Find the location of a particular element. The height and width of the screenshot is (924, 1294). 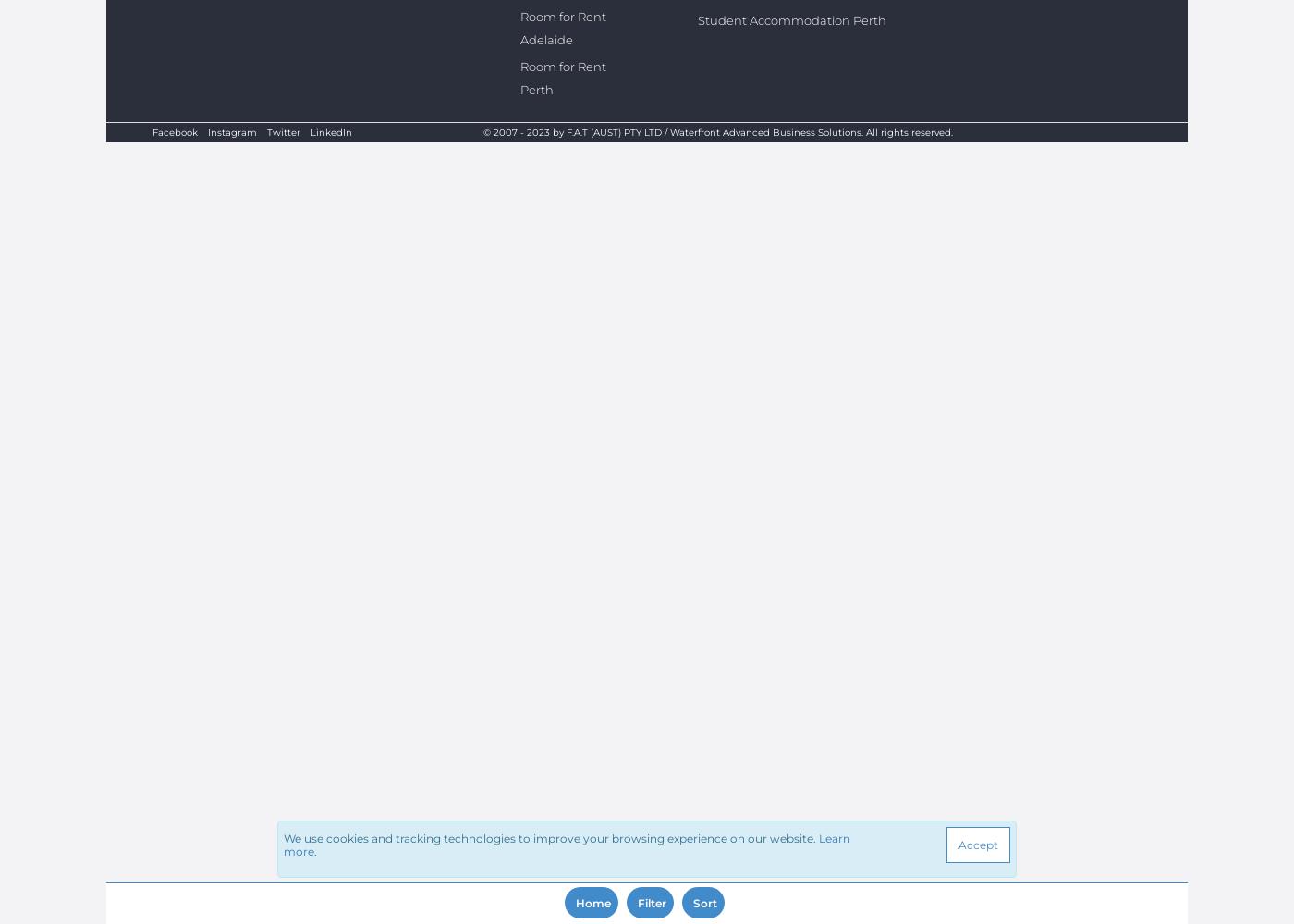

'Room for Rent Adelaide' is located at coordinates (563, 28).